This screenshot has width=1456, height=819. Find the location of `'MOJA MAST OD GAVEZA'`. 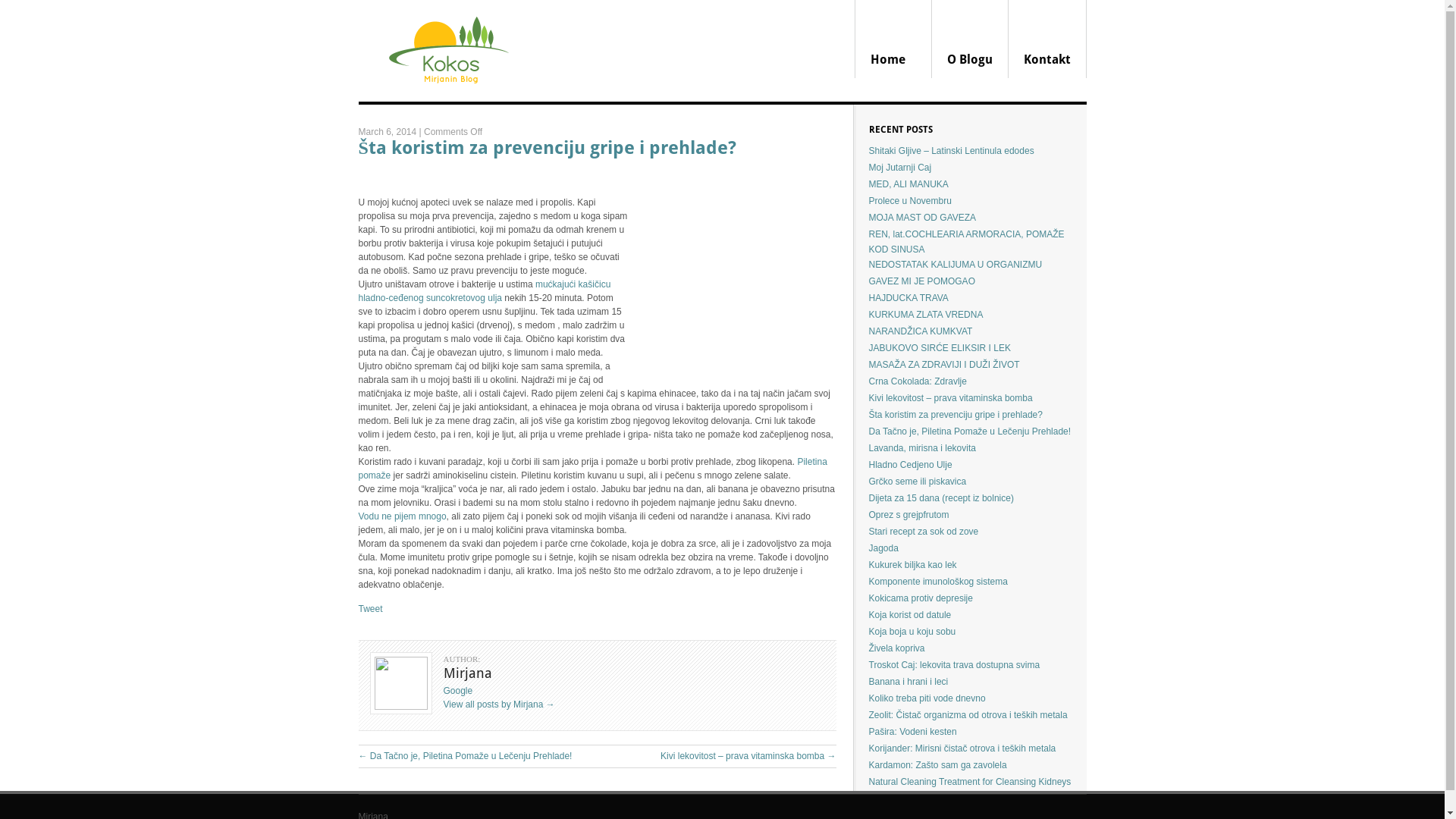

'MOJA MAST OD GAVEZA' is located at coordinates (922, 217).